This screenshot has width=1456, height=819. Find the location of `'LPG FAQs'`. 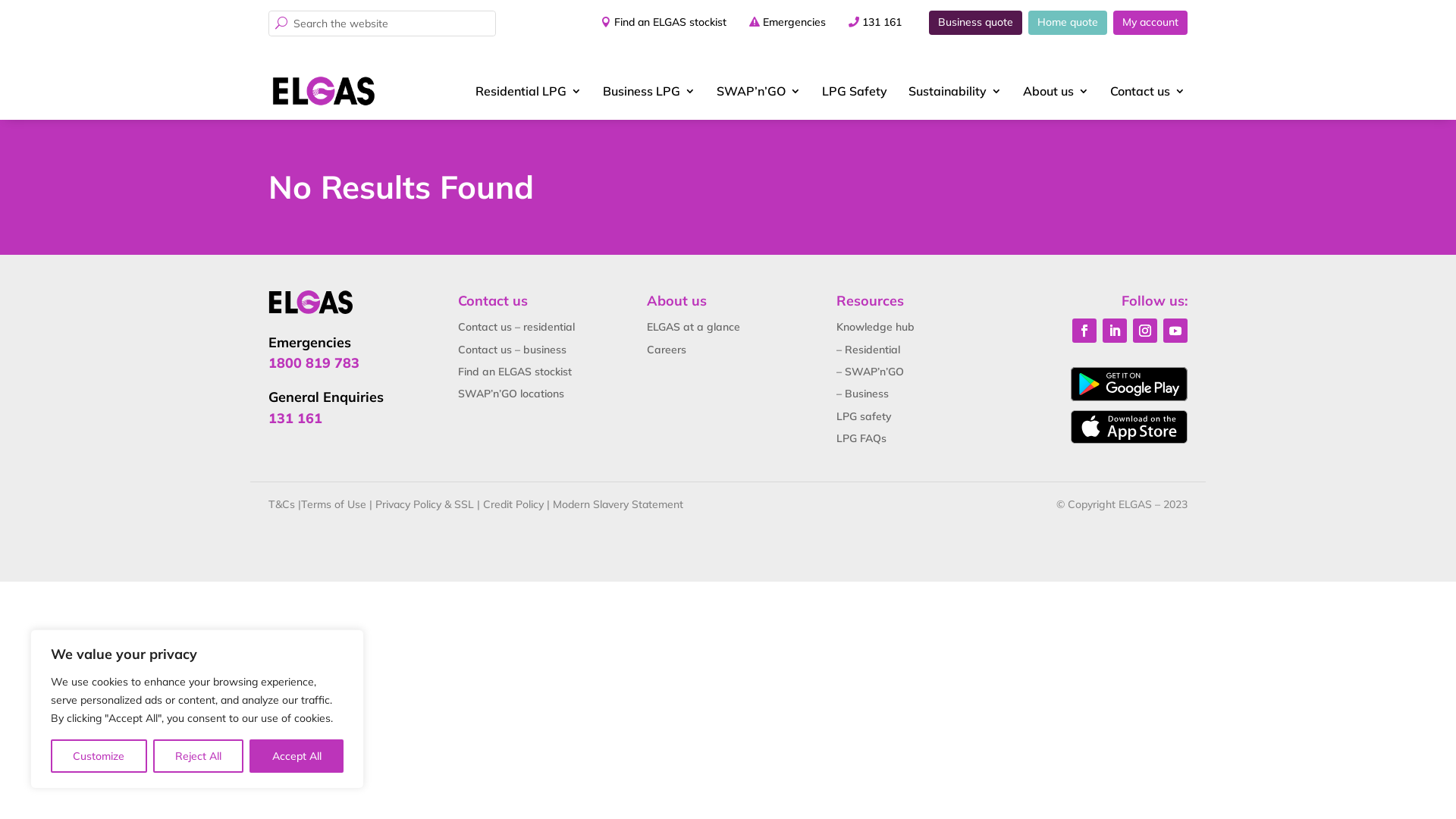

'LPG FAQs' is located at coordinates (861, 438).